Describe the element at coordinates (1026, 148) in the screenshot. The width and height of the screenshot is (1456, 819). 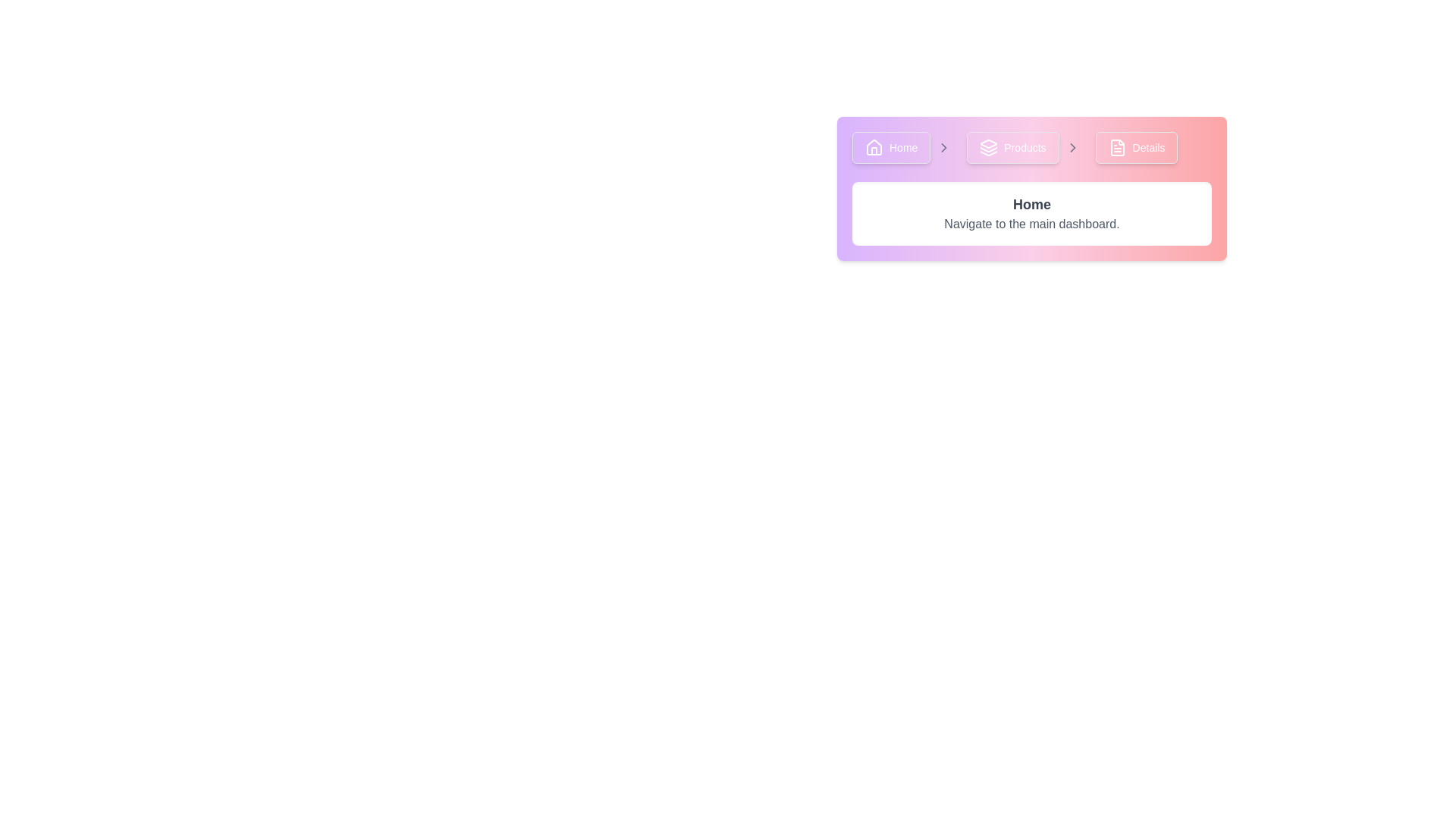
I see `the 'Products' navigation button located in the breadcrumb navigation bar between the 'Home' button and the 'Details' button for keyboard navigation` at that location.